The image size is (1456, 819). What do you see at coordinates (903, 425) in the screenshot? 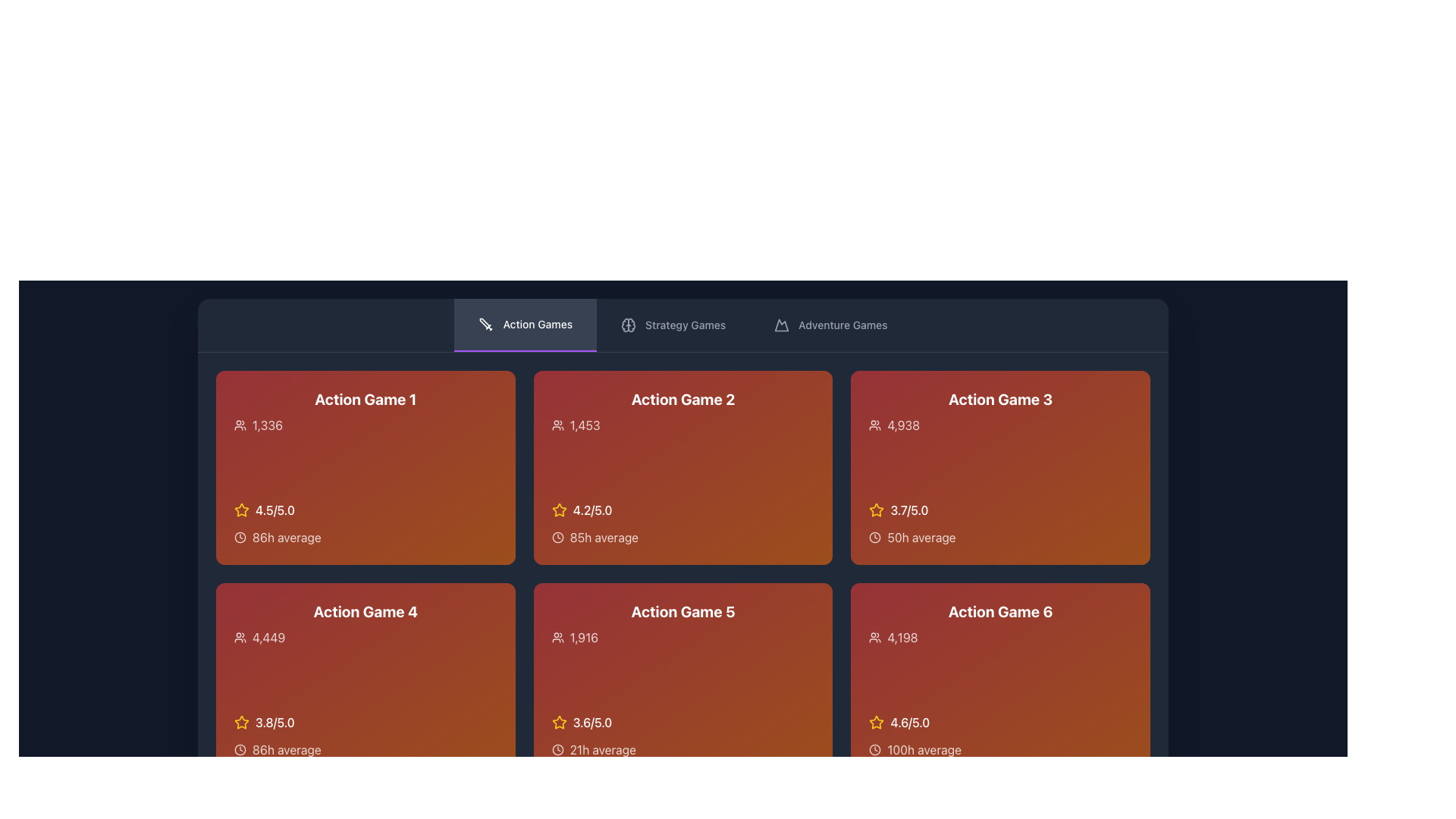
I see `the static text label displaying '4,938' in white font on a reddish background, which is part of a user count display group associated with a user icon to its left` at bounding box center [903, 425].